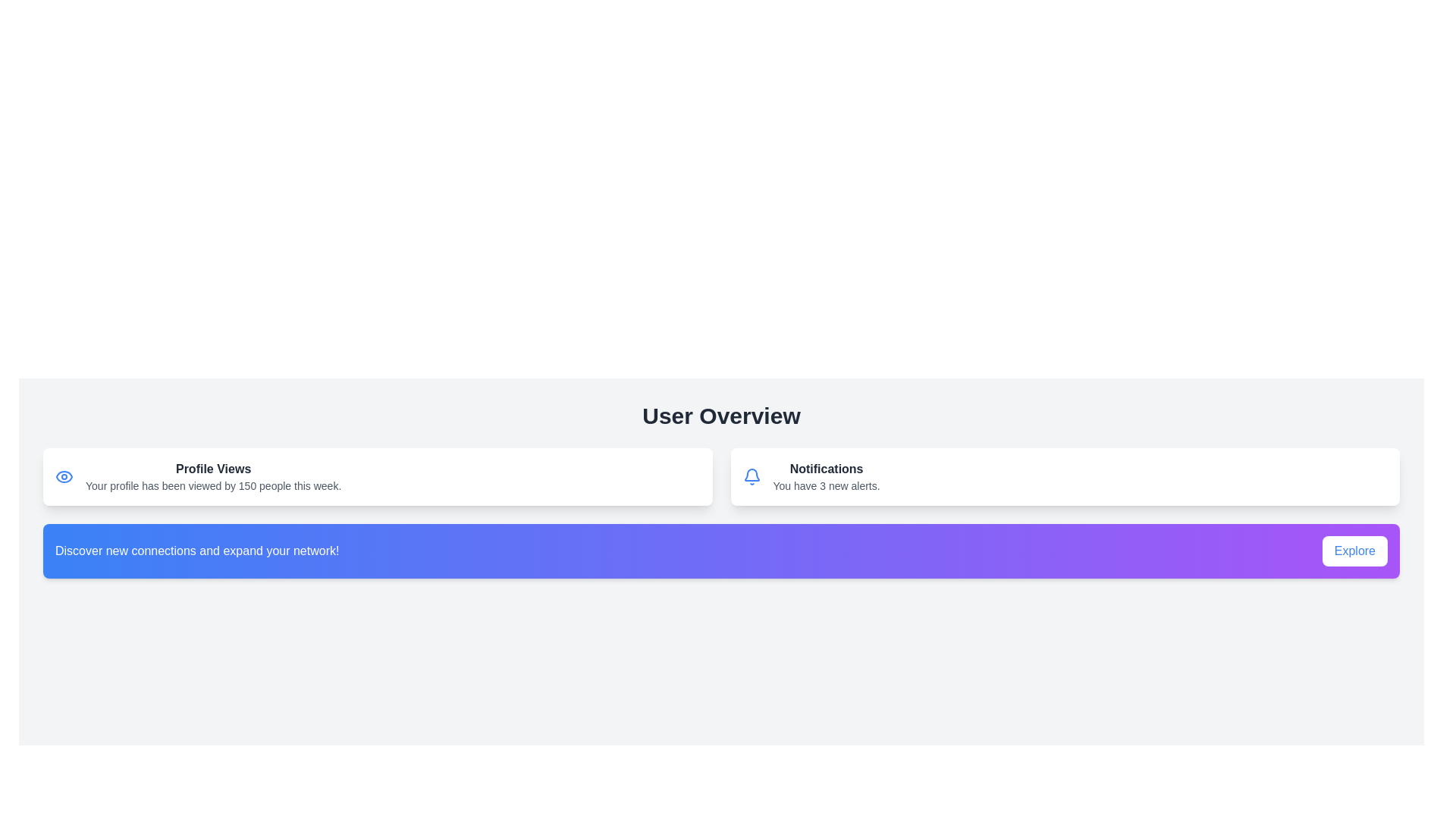 The height and width of the screenshot is (819, 1456). What do you see at coordinates (720, 551) in the screenshot?
I see `displayed message on the Call-to-action banner which states 'Discover new connections and expand your network!'` at bounding box center [720, 551].